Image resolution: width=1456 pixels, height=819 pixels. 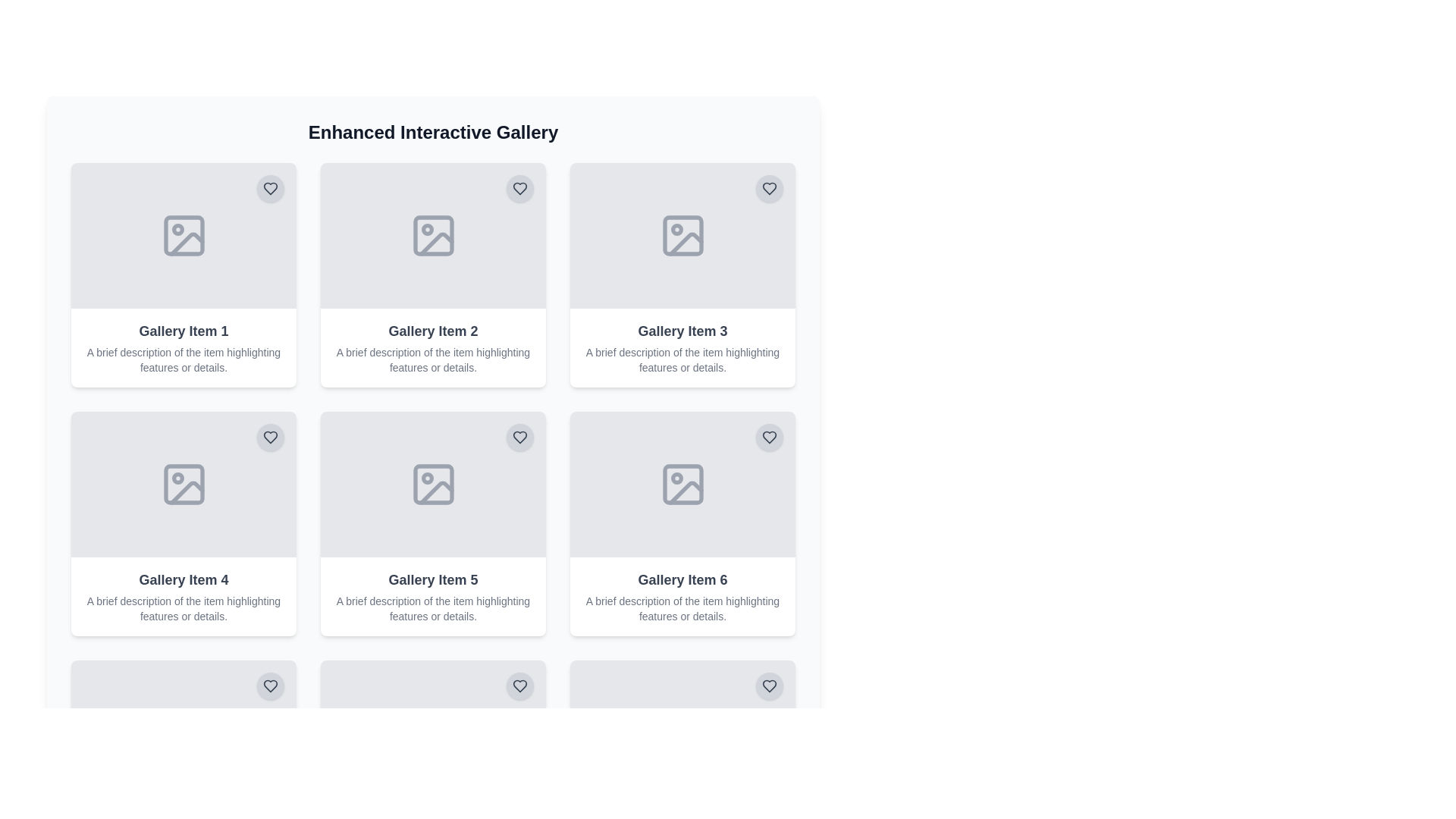 I want to click on the outlined SVG picture frame icon, which is part of the sixth gallery item in the third row of the grid layout, so click(x=682, y=485).